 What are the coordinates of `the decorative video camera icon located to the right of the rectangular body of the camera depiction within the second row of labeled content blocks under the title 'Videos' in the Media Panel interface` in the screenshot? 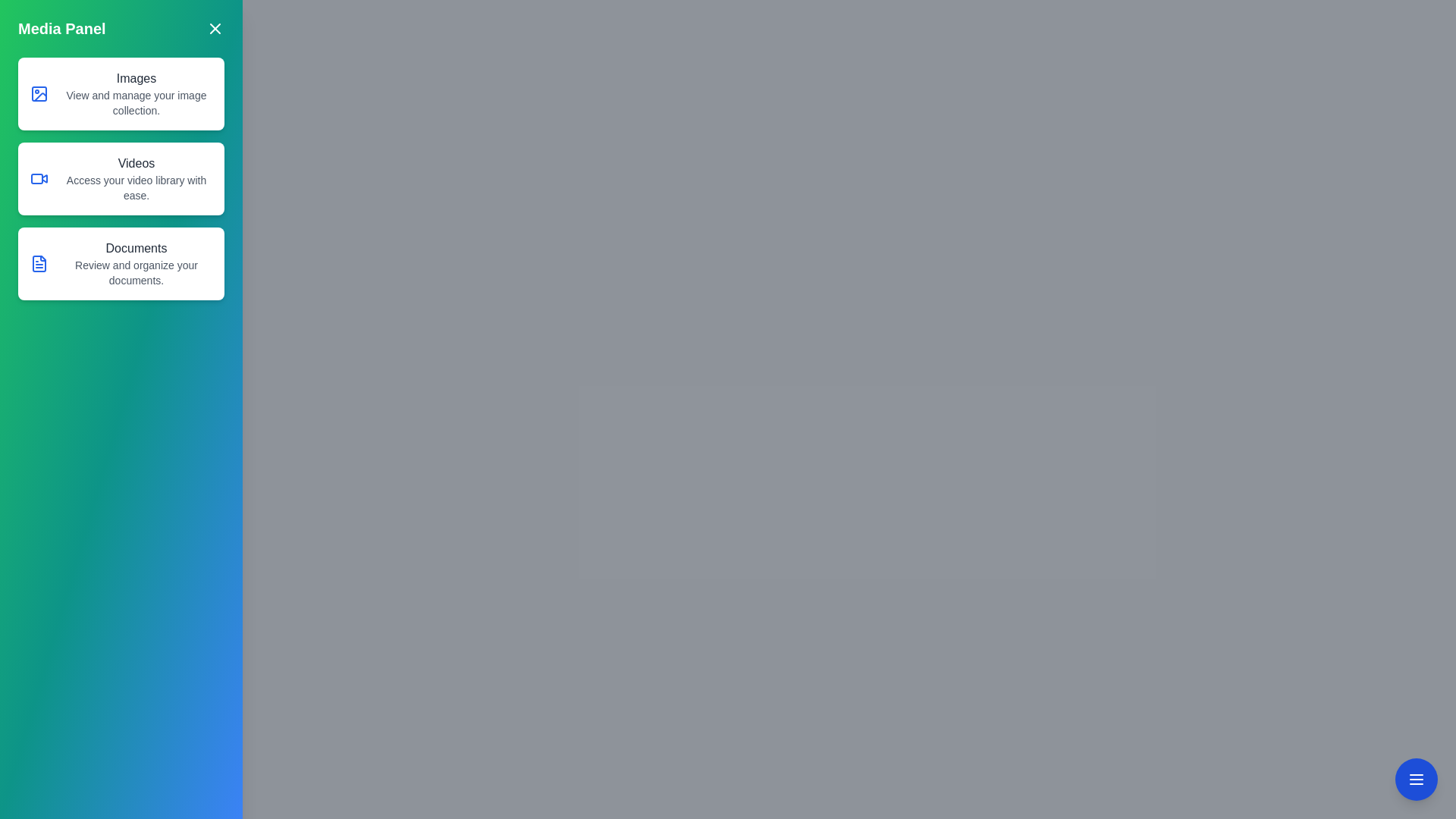 It's located at (44, 177).